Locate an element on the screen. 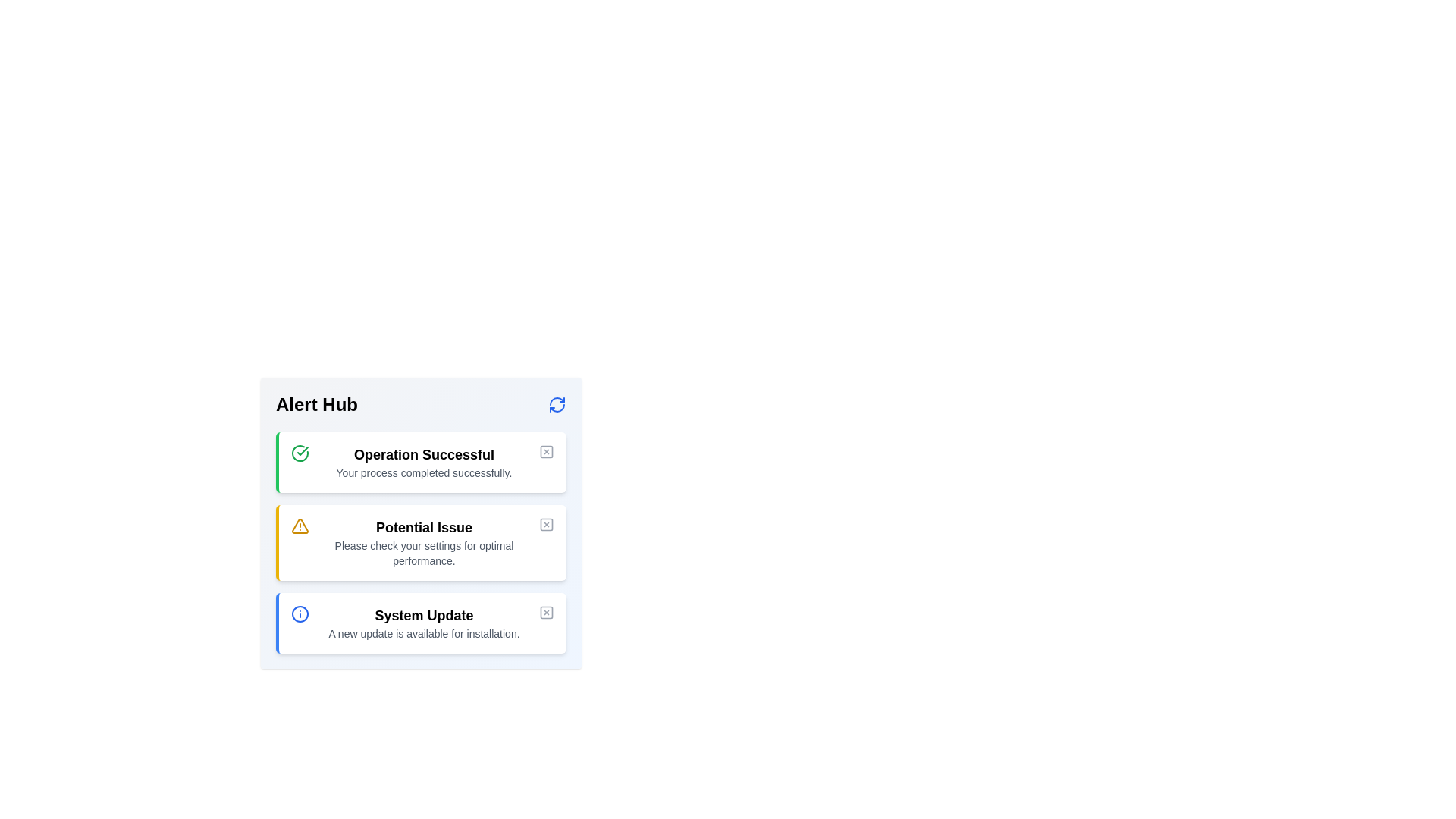 The image size is (1456, 819). the Text Label/Heading that serves as a title or header for the section, providing context to the user is located at coordinates (315, 403).